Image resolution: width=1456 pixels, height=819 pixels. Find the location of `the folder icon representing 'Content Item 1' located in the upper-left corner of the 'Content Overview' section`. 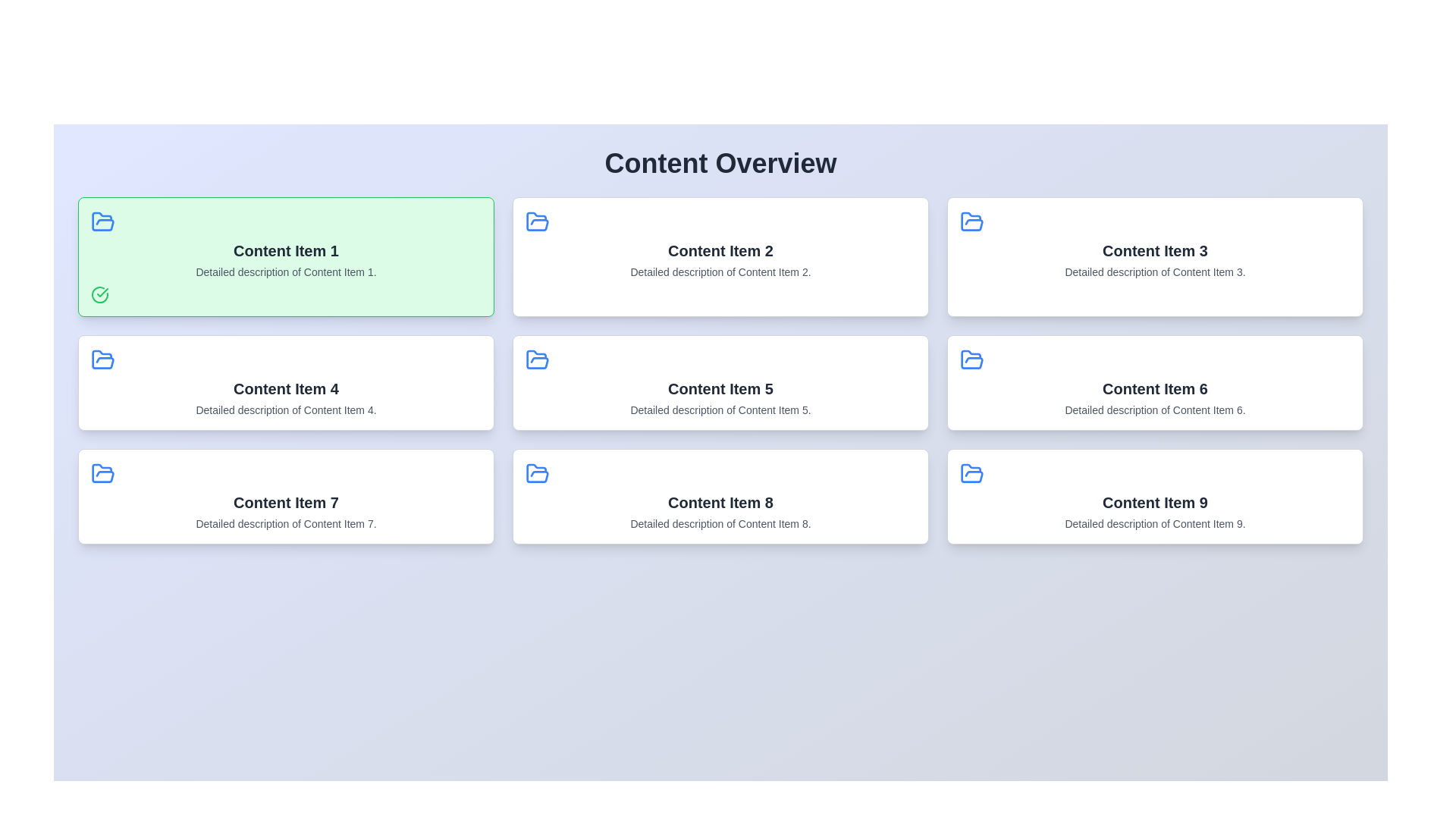

the folder icon representing 'Content Item 1' located in the upper-left corner of the 'Content Overview' section is located at coordinates (102, 221).